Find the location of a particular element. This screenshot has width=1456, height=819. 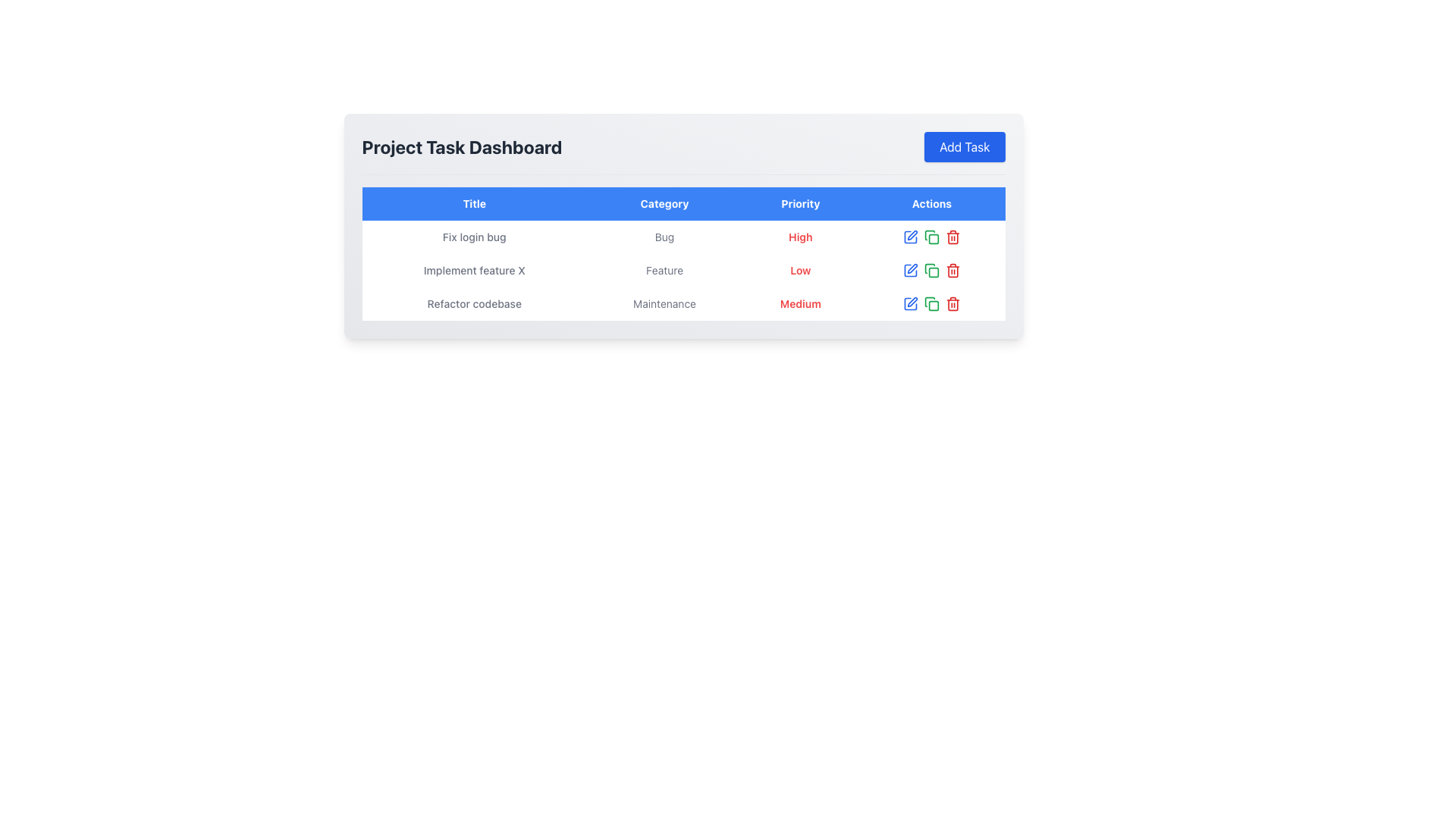

the green icon button with a duplicate symbol located in the second row of the Actions column in the table is located at coordinates (930, 237).